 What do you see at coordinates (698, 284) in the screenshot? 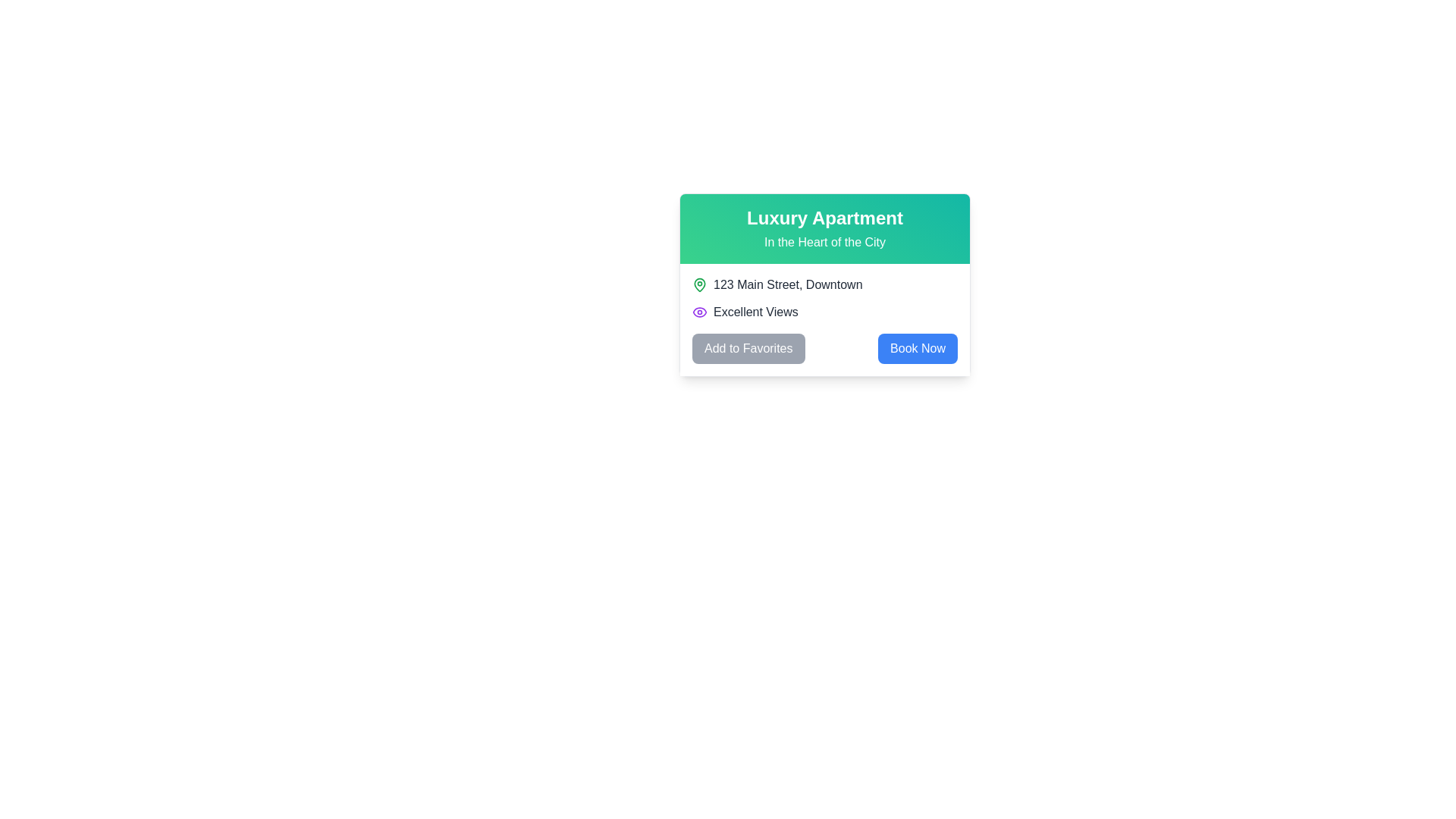
I see `the green outlined marker icon resembling a location pin, which is situated above the address text and is the leftmost element in its row` at bounding box center [698, 284].